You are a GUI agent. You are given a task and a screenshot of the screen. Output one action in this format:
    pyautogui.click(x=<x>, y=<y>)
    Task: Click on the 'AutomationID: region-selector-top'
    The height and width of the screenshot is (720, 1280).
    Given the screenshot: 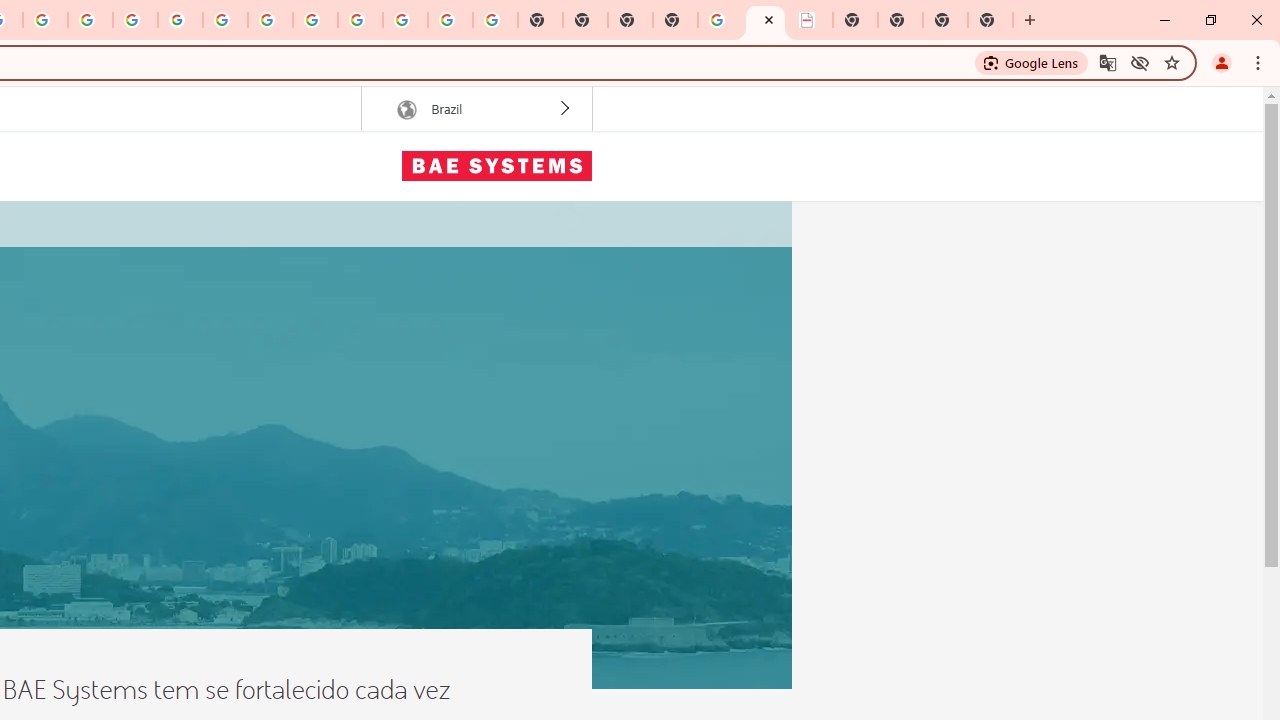 What is the action you would take?
    pyautogui.click(x=475, y=109)
    